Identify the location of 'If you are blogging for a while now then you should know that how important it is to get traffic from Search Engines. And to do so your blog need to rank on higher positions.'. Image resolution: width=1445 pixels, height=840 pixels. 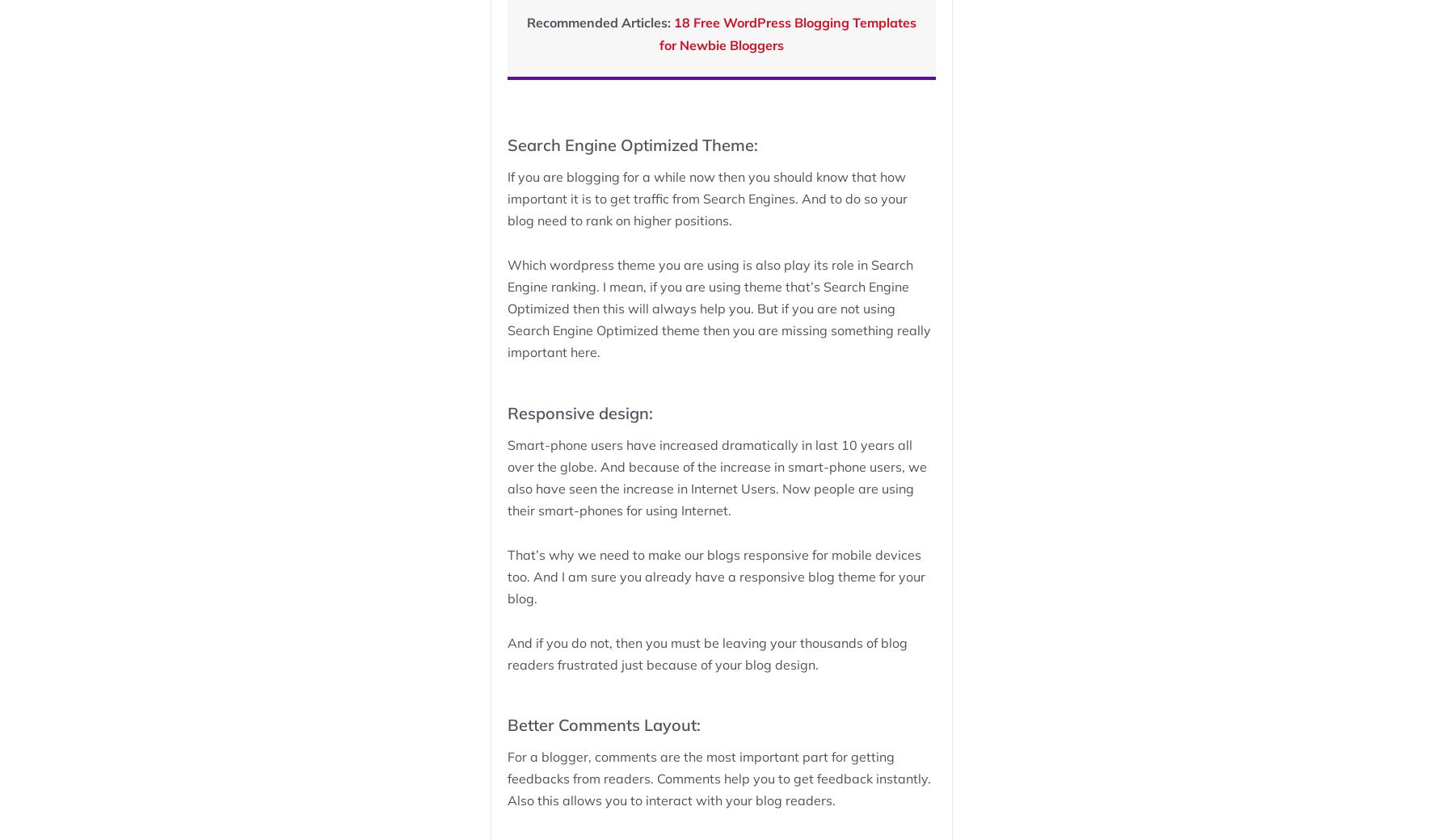
(706, 198).